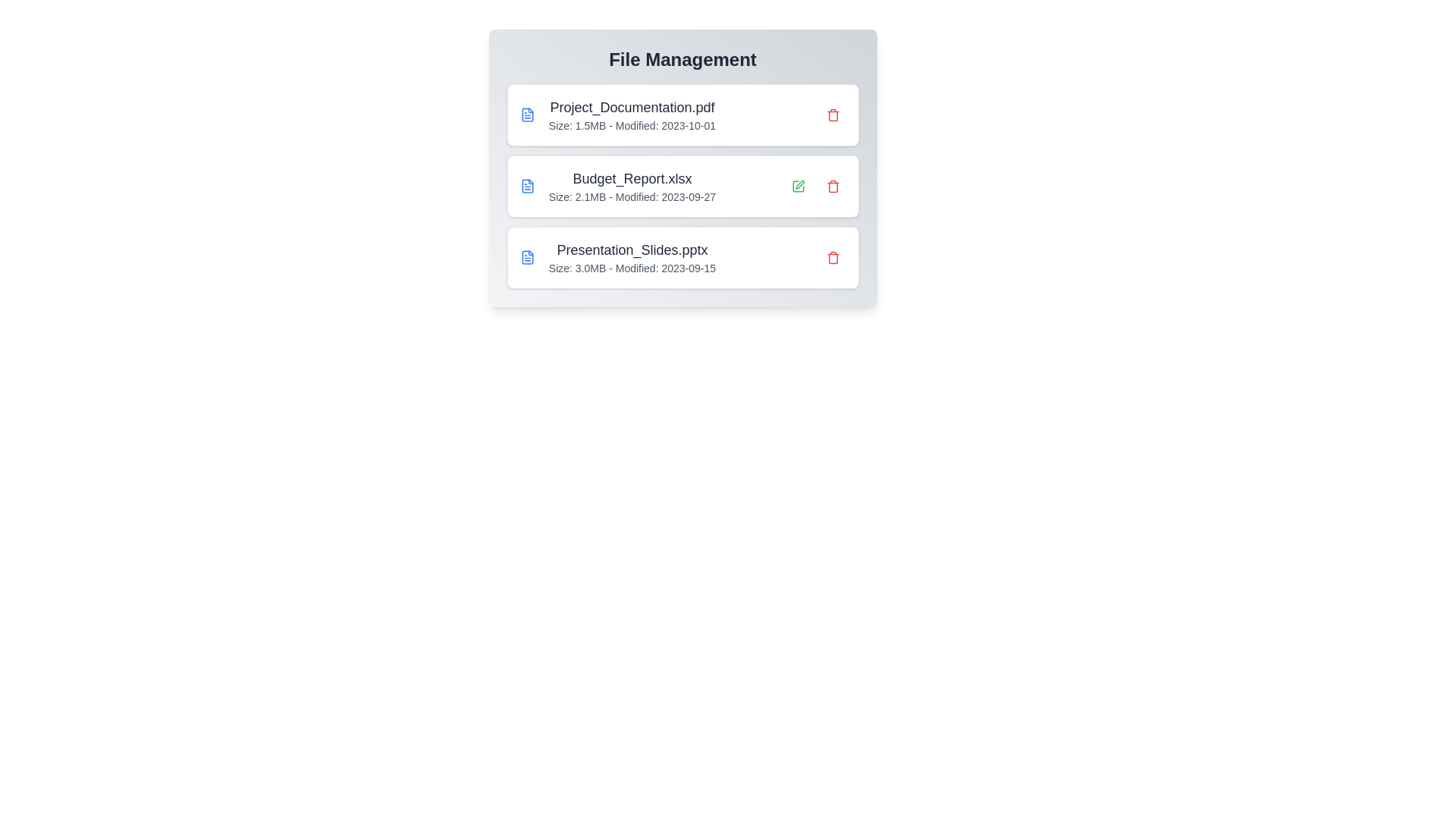 This screenshot has width=1456, height=819. What do you see at coordinates (832, 114) in the screenshot?
I see `the file Project_Documentation.pdf by clicking the delete button next to it` at bounding box center [832, 114].